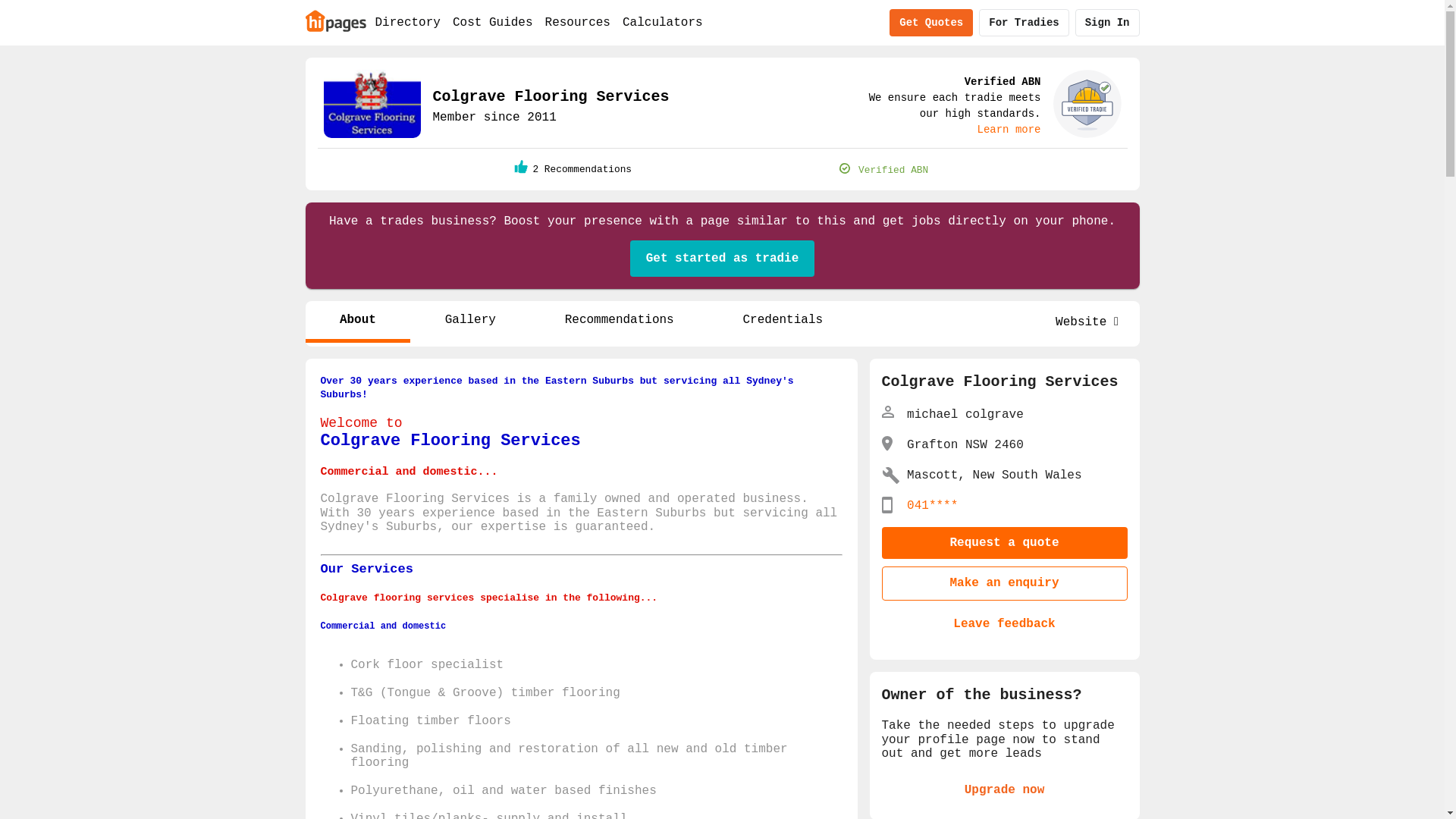  I want to click on '041****', so click(931, 506).